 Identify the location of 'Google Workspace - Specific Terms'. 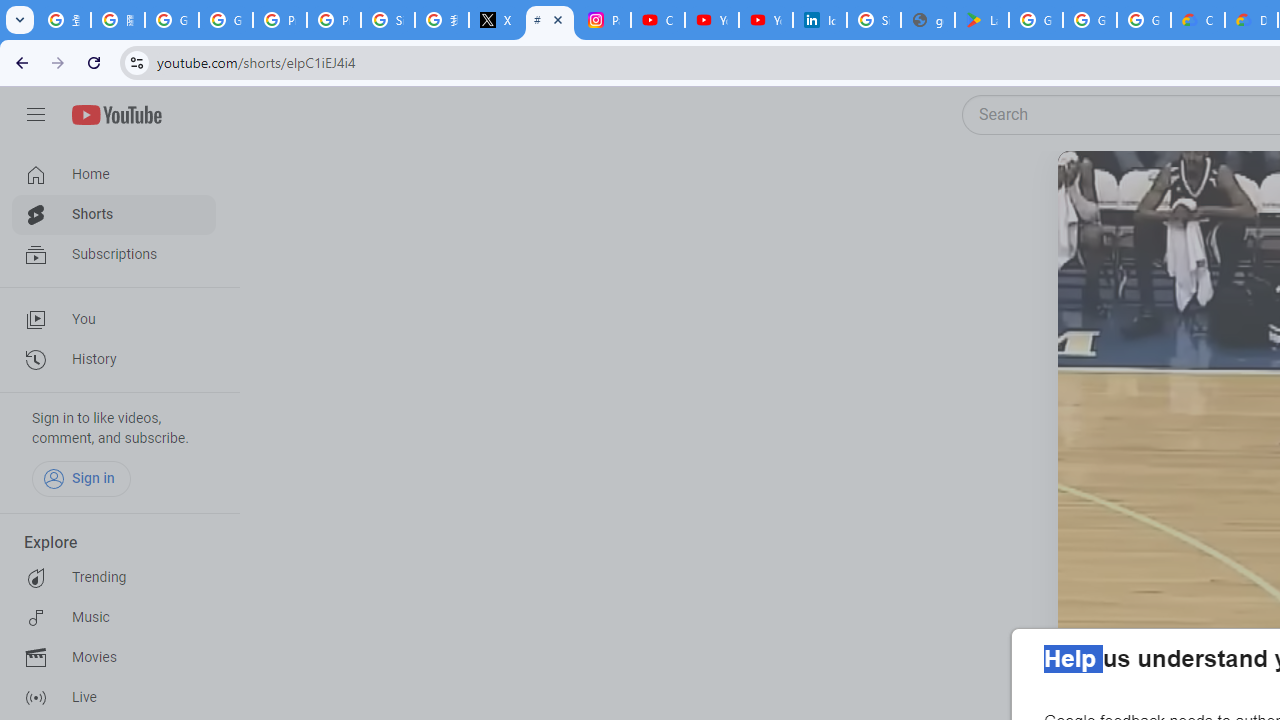
(1088, 20).